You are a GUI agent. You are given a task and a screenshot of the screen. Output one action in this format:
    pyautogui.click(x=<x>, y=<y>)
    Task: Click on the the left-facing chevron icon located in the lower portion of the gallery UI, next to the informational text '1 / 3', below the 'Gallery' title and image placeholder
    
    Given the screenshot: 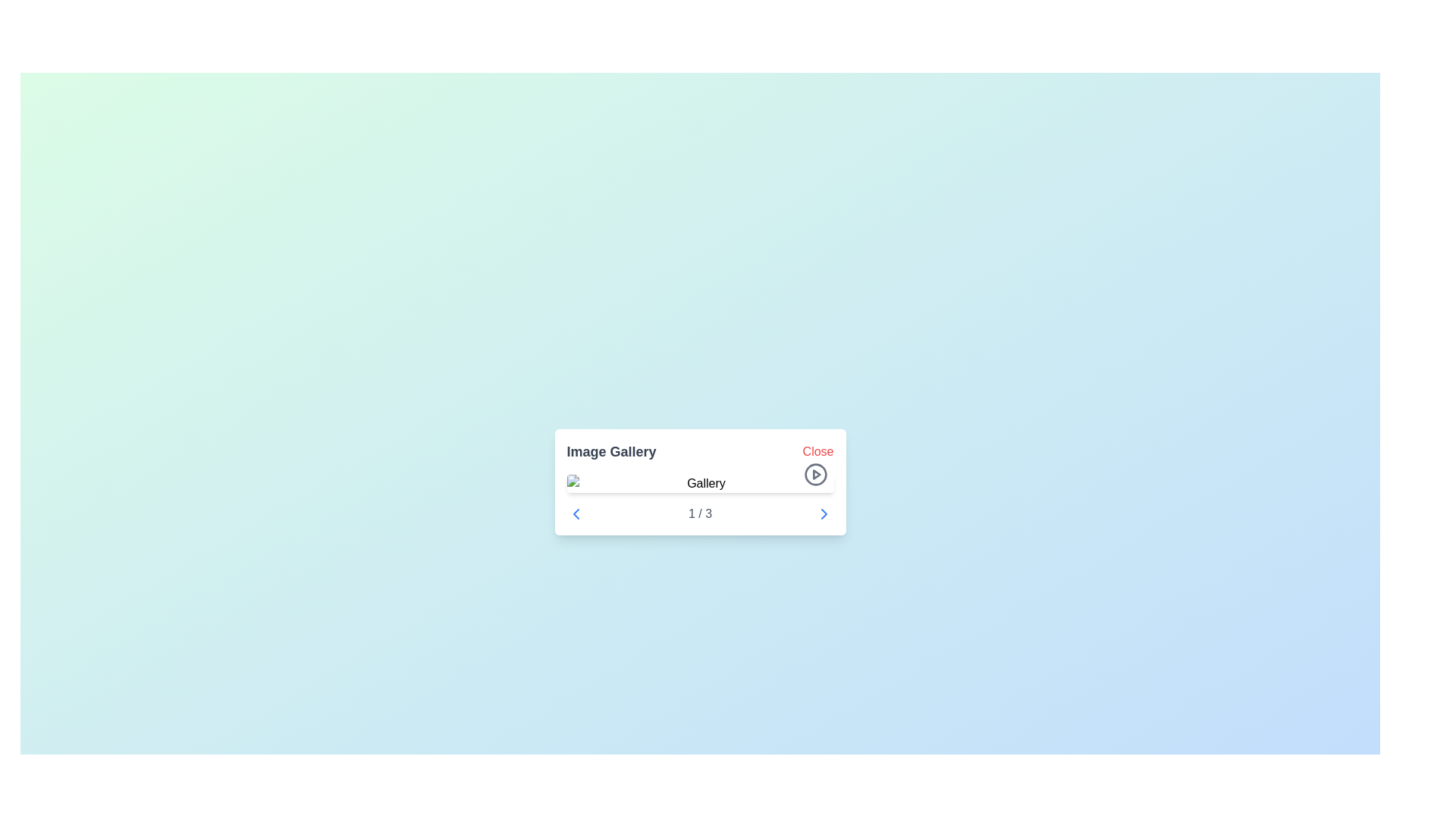 What is the action you would take?
    pyautogui.click(x=575, y=513)
    